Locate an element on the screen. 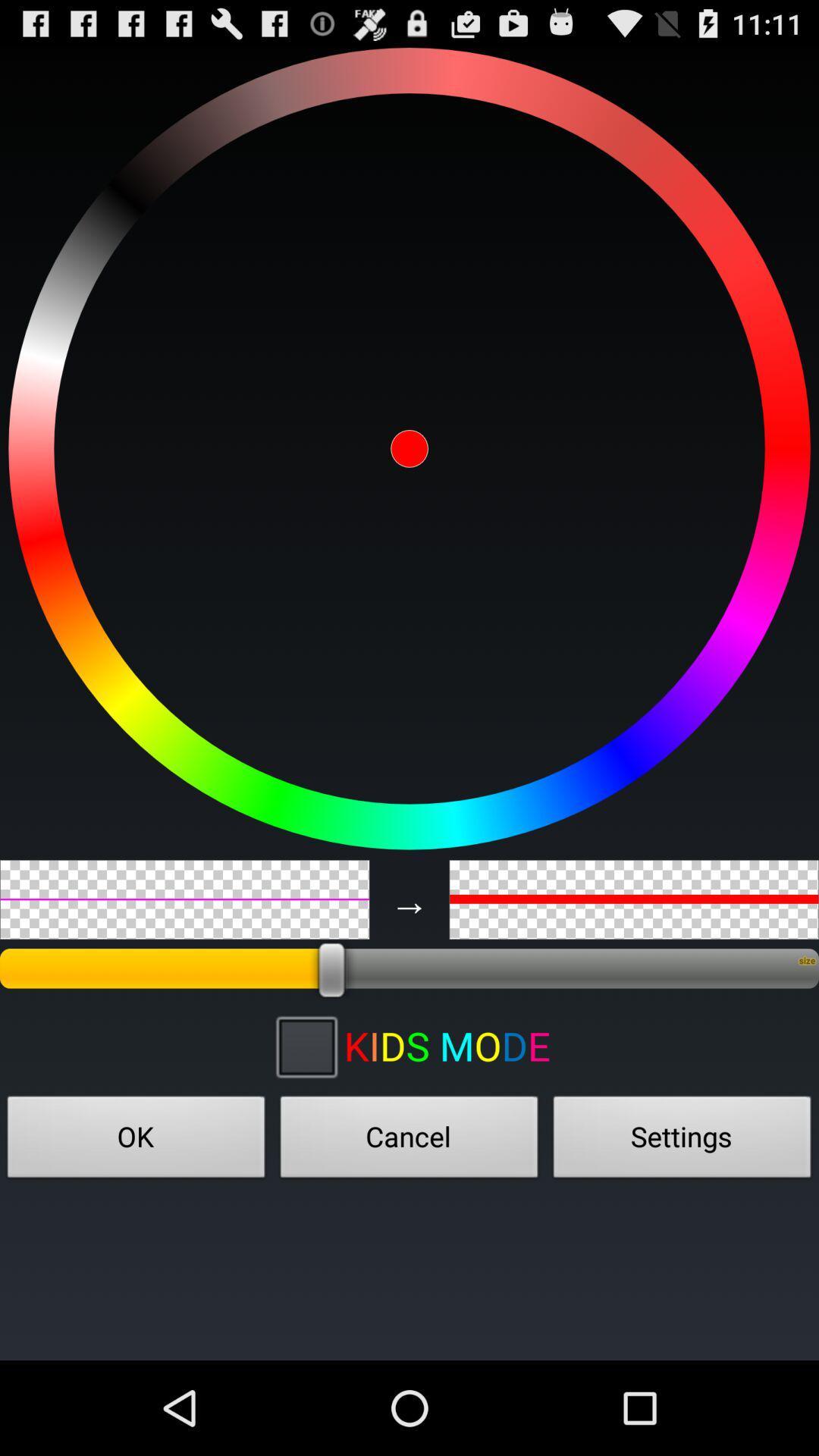  the settings at the bottom right corner is located at coordinates (681, 1141).